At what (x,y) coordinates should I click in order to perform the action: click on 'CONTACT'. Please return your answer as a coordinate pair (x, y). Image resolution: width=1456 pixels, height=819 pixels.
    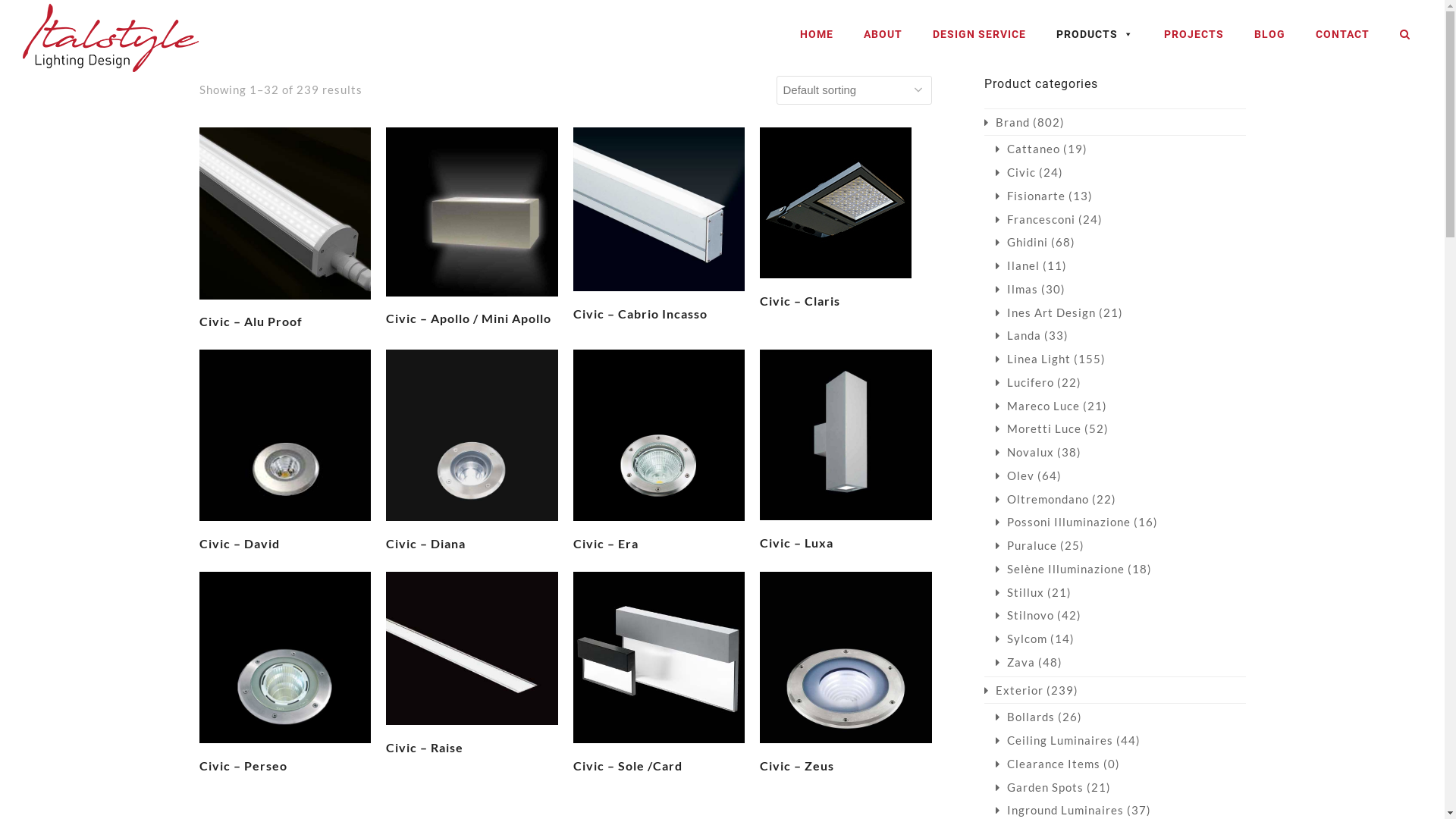
    Looking at the image, I should click on (1307, 34).